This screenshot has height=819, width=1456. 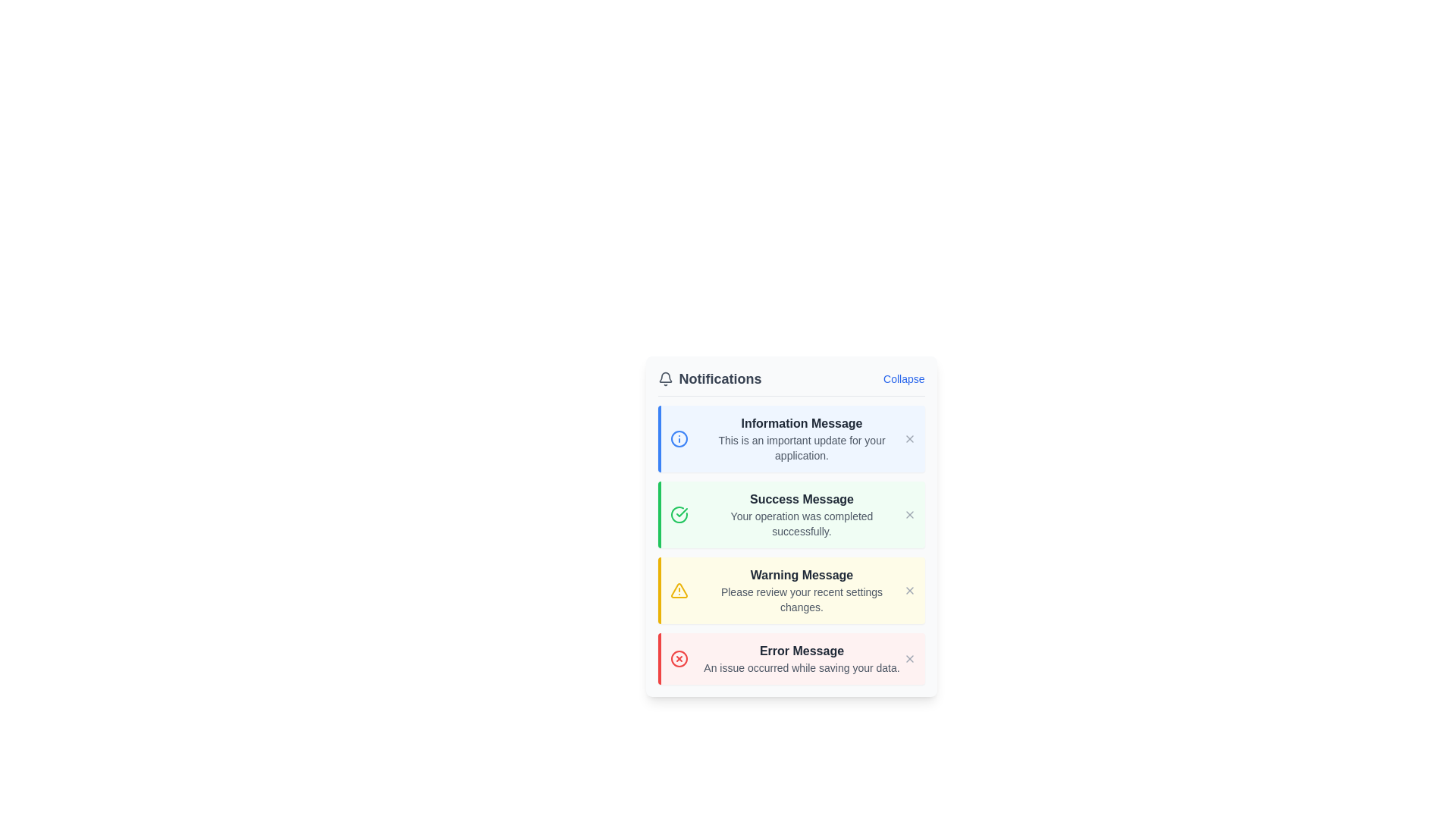 What do you see at coordinates (801, 513) in the screenshot?
I see `text from the success message notification block that displays 'Success Message' and 'Your operation was completed successfully.'` at bounding box center [801, 513].